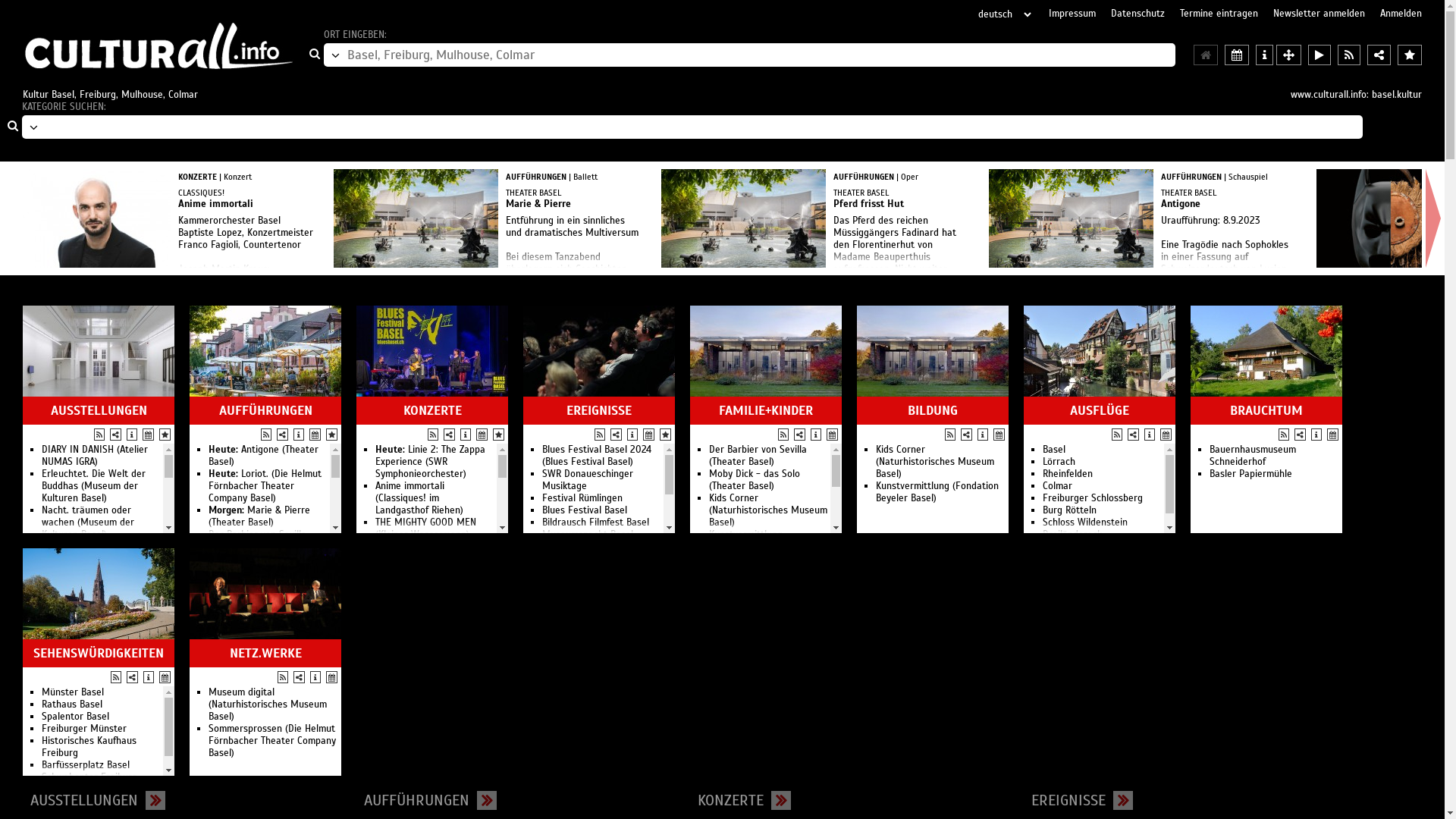 Image resolution: width=1456 pixels, height=819 pixels. I want to click on 'Rheinfelden', so click(1041, 472).